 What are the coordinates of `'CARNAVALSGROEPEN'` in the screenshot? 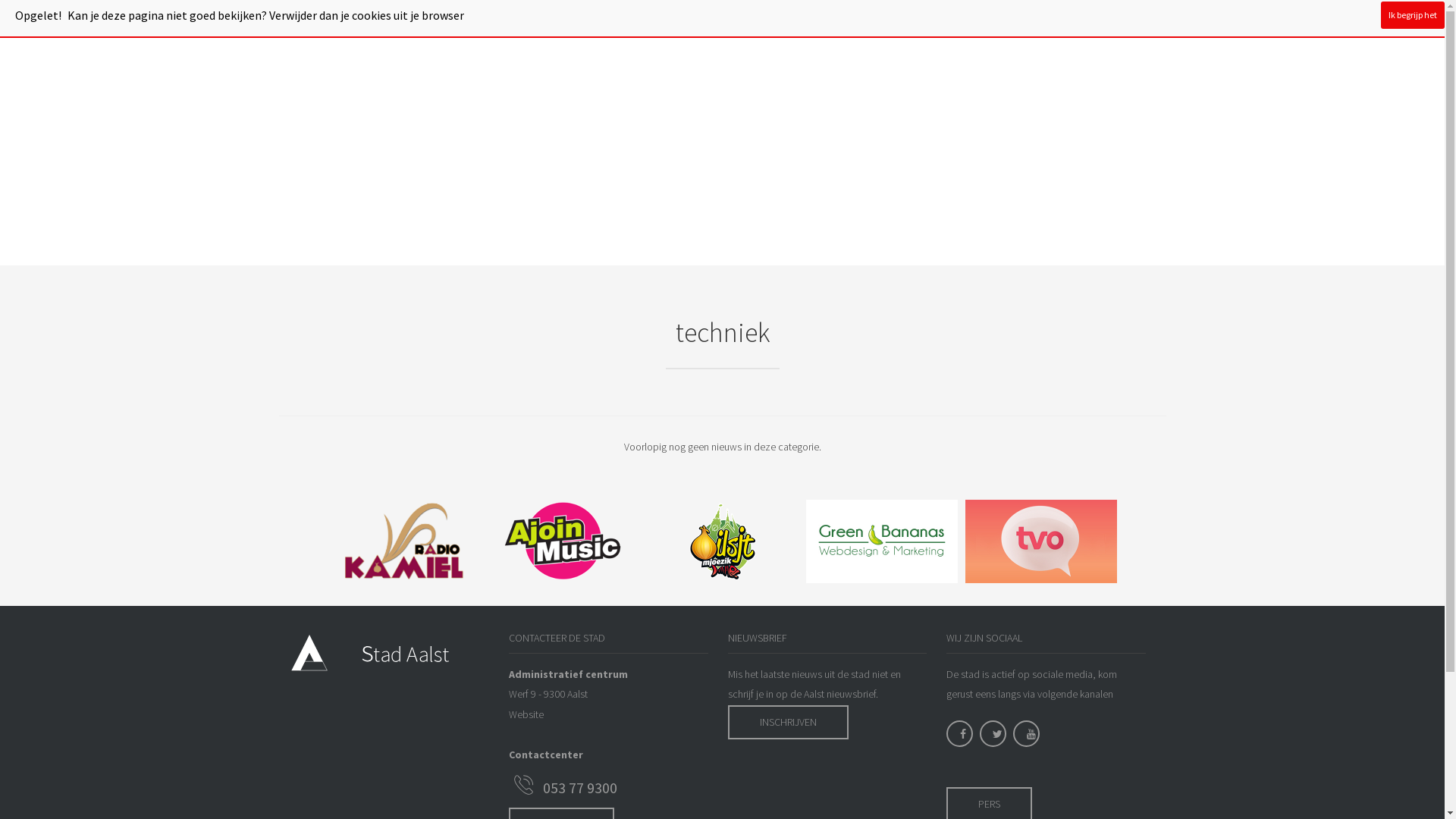 It's located at (562, 19).